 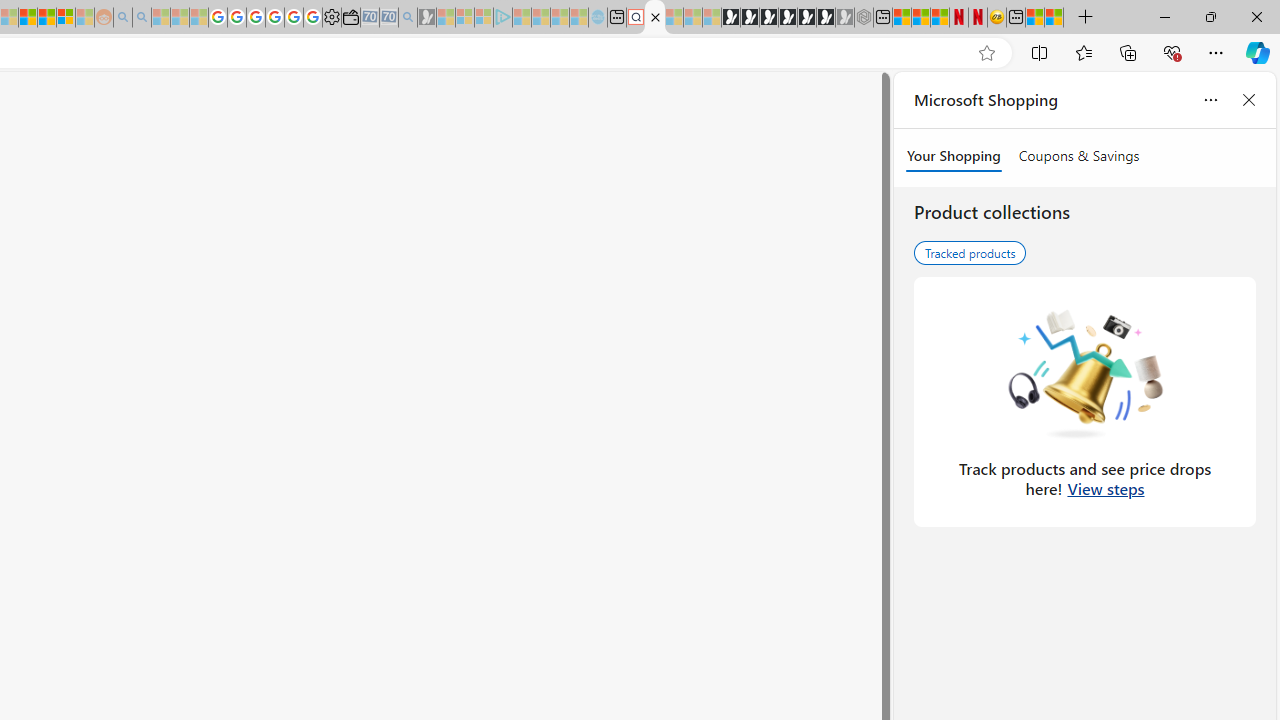 What do you see at coordinates (768, 17) in the screenshot?
I see `'Play Cave FRVR in your browser | Games from Microsoft Start'` at bounding box center [768, 17].